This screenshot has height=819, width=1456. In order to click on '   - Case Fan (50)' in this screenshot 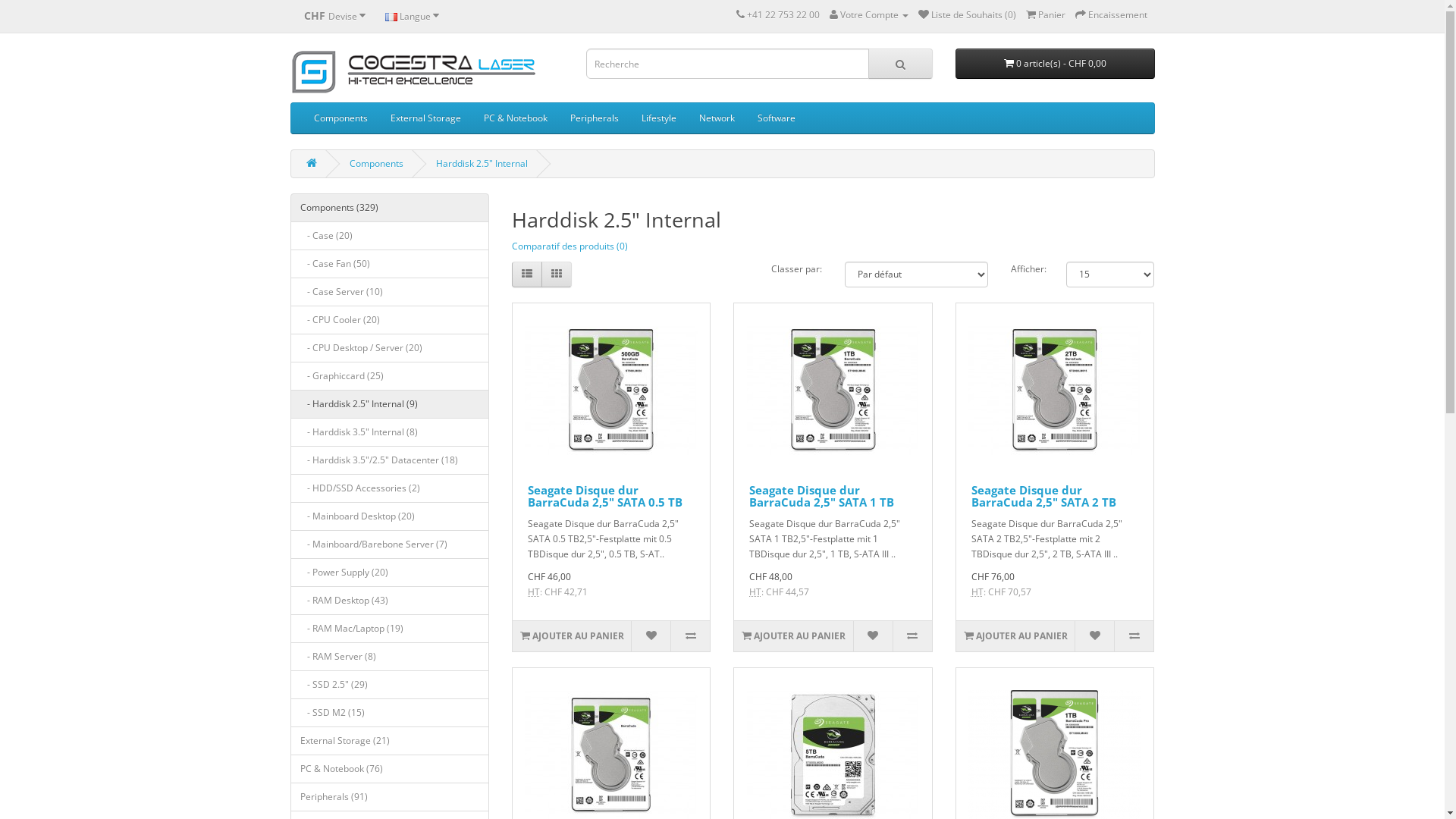, I will do `click(389, 262)`.